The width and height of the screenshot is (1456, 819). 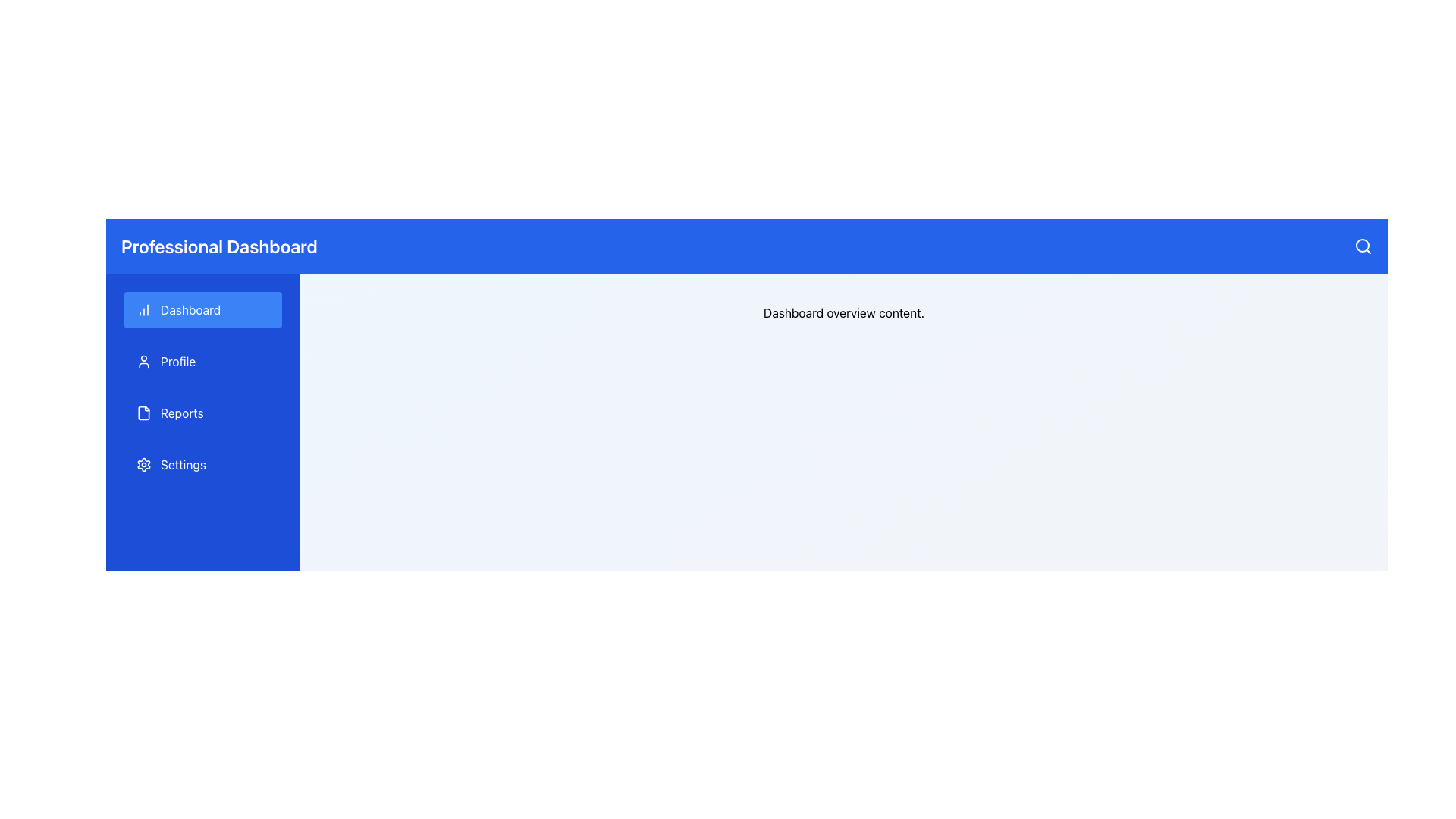 What do you see at coordinates (144, 464) in the screenshot?
I see `the central part of the gear-like icon in the settings option of the sidebar, which features rounded edges and circular patterns` at bounding box center [144, 464].